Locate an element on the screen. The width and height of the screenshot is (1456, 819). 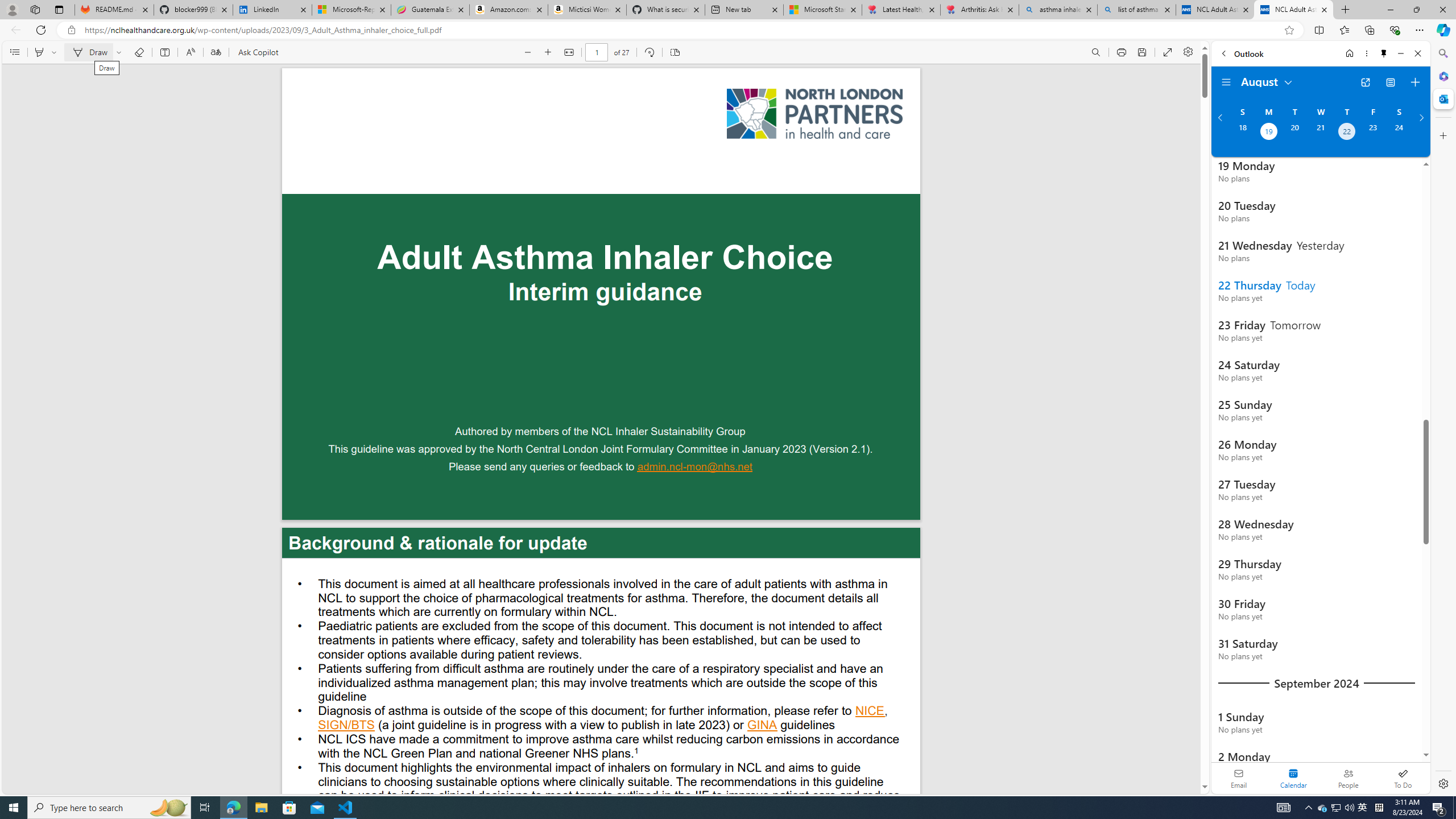
'Tuesday, August 20, 2024. ' is located at coordinates (1293, 133).